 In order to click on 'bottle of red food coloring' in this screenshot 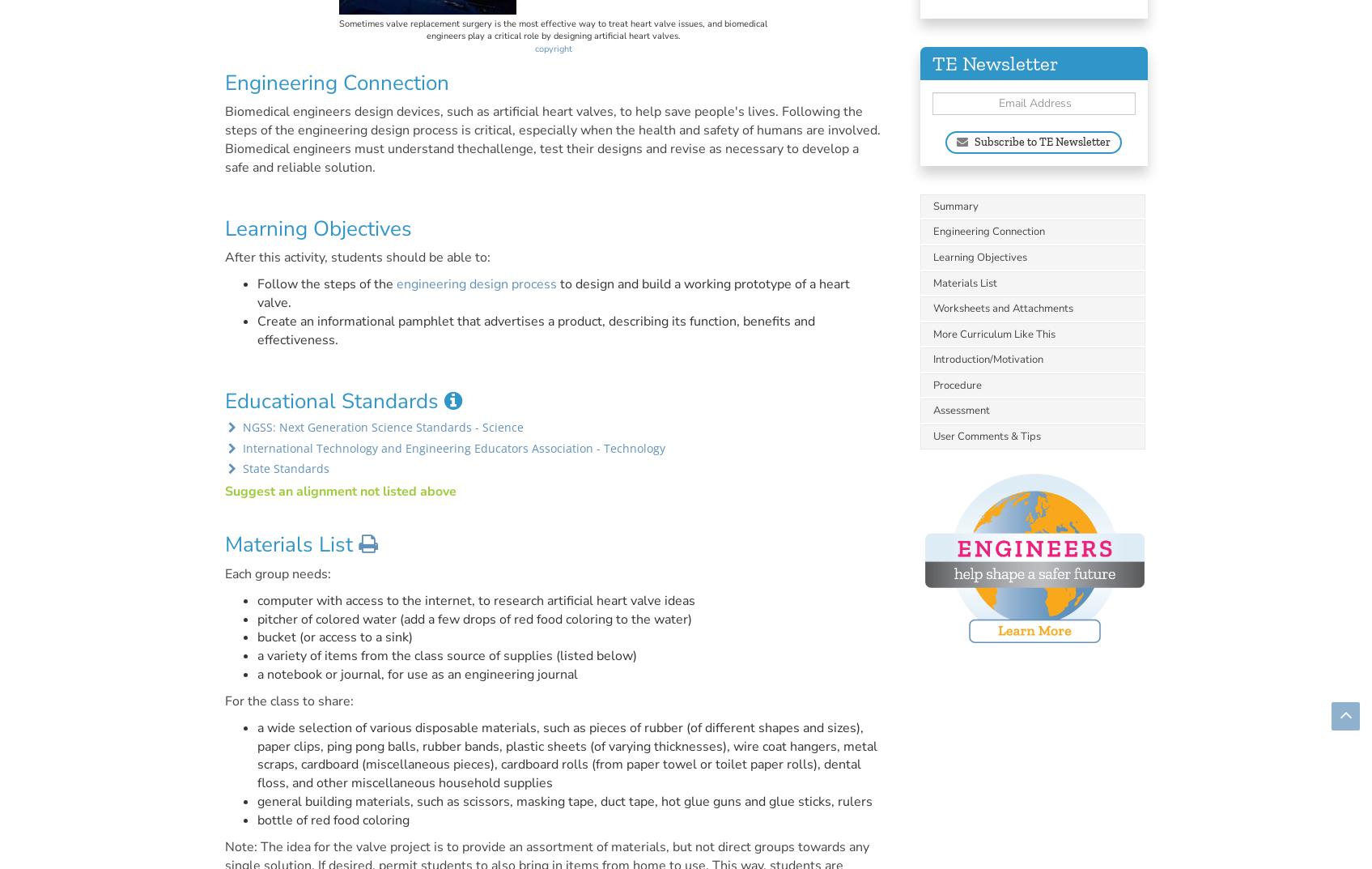, I will do `click(256, 820)`.